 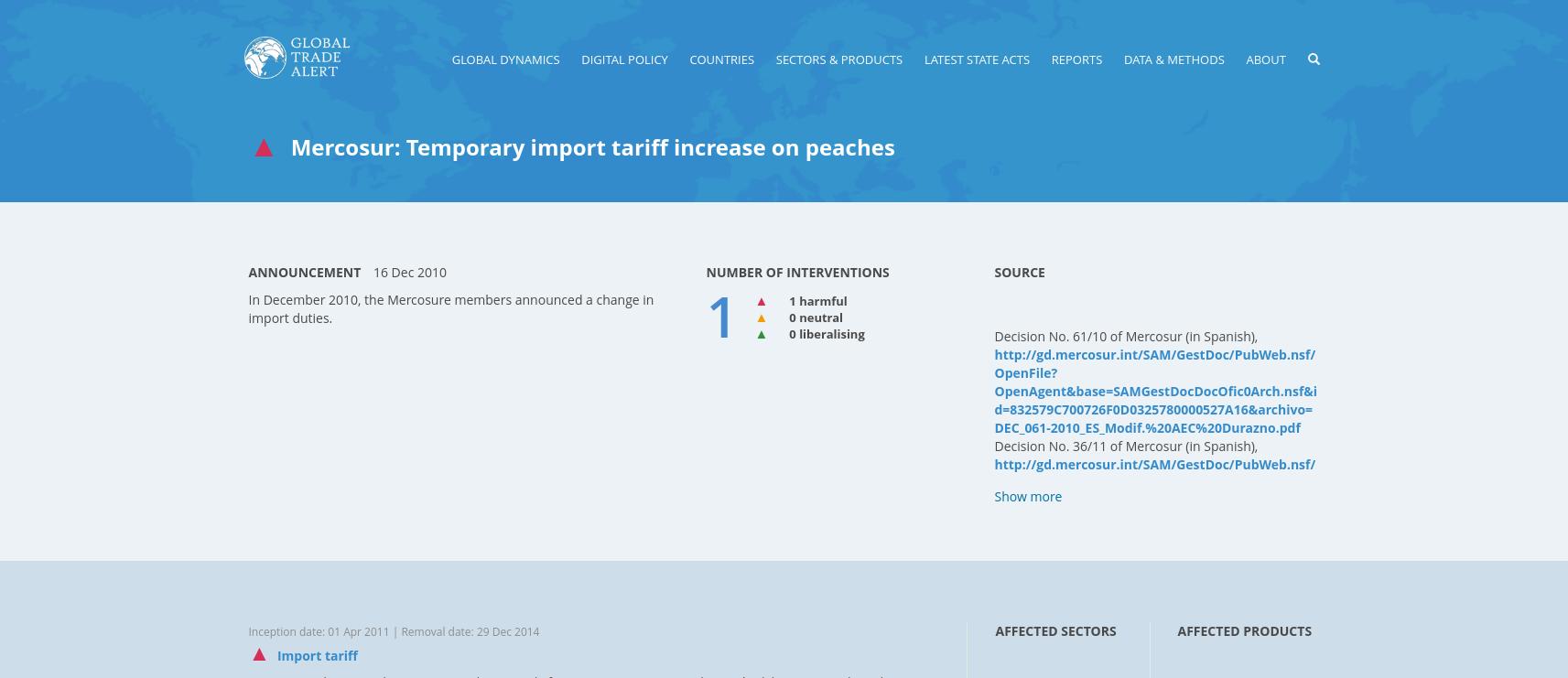 What do you see at coordinates (976, 58) in the screenshot?
I see `'LATEST STATE ACTS'` at bounding box center [976, 58].